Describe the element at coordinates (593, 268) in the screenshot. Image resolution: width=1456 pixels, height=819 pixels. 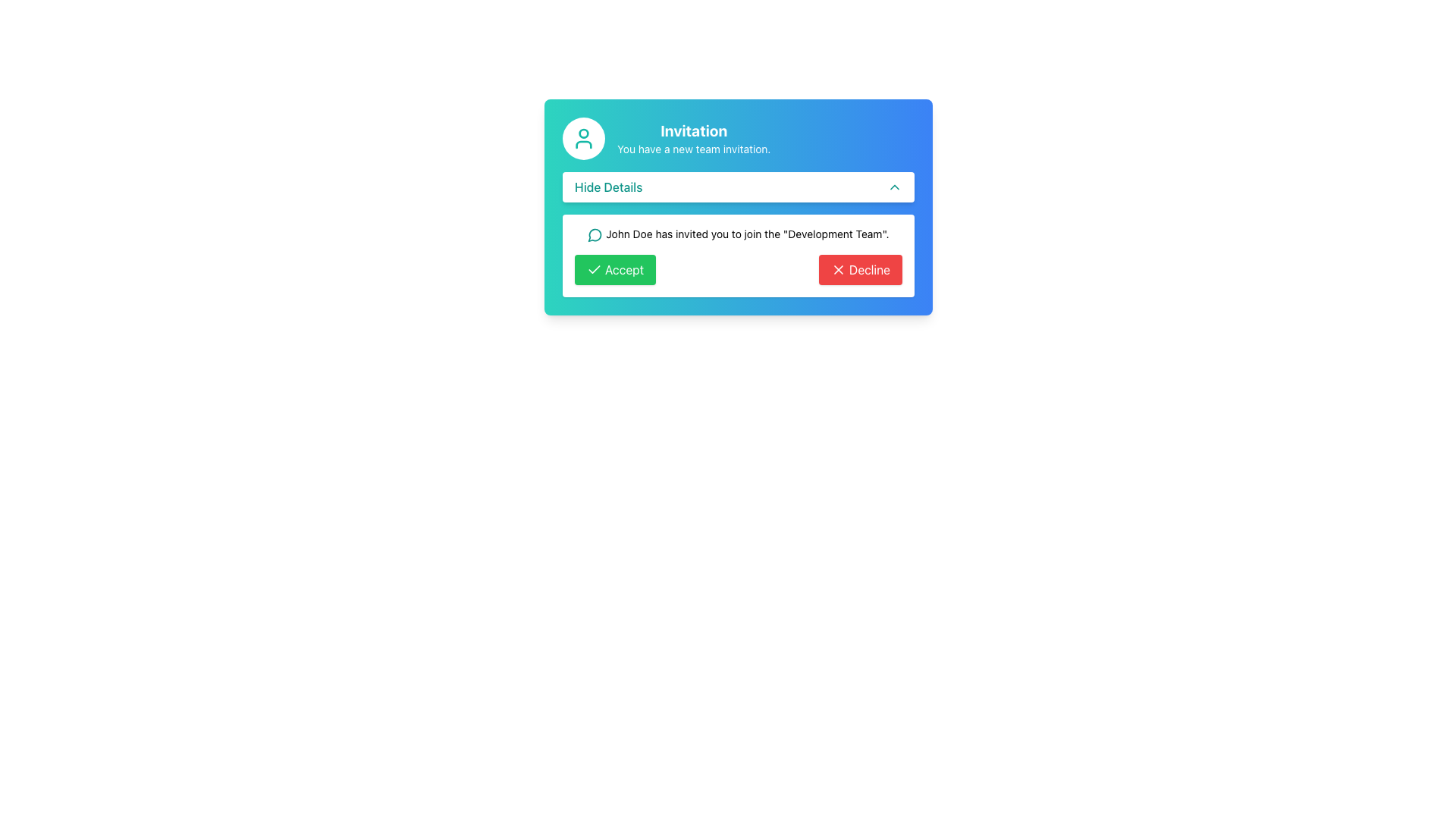
I see `the checked icon within the green 'Accept' button located in the lower section of the dialog box` at that location.